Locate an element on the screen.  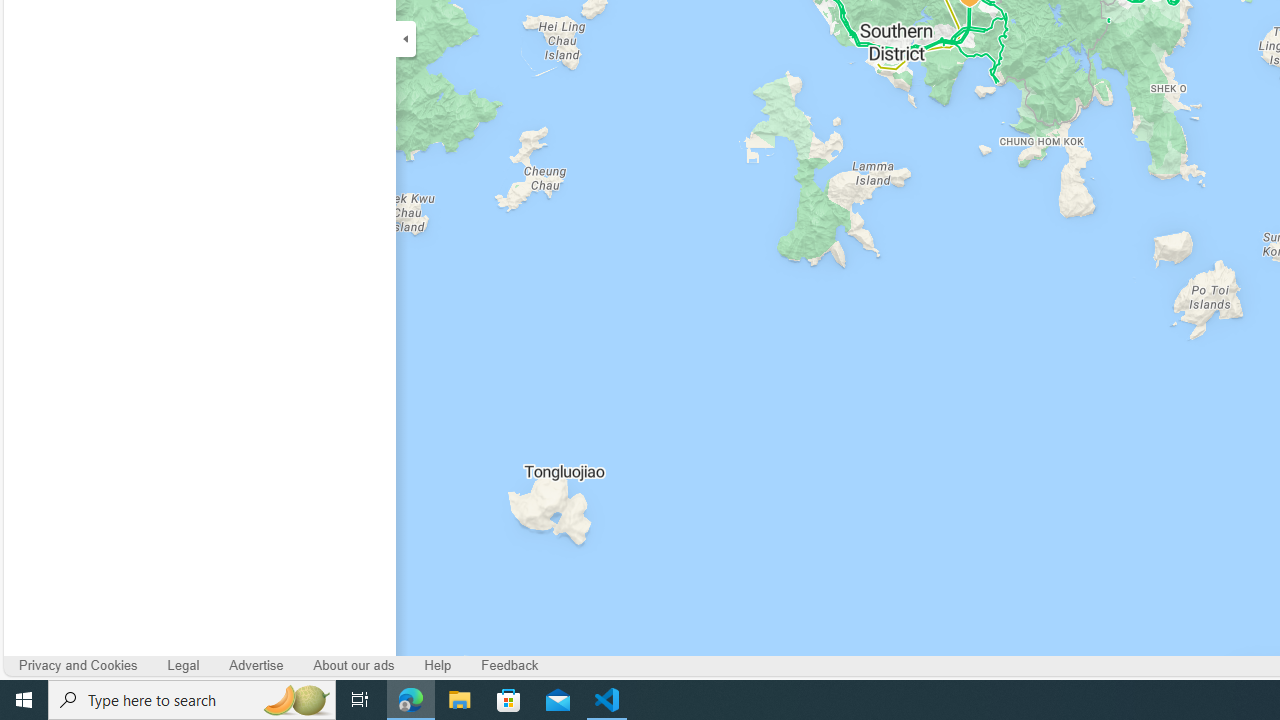
'Feedback' is located at coordinates (510, 665).